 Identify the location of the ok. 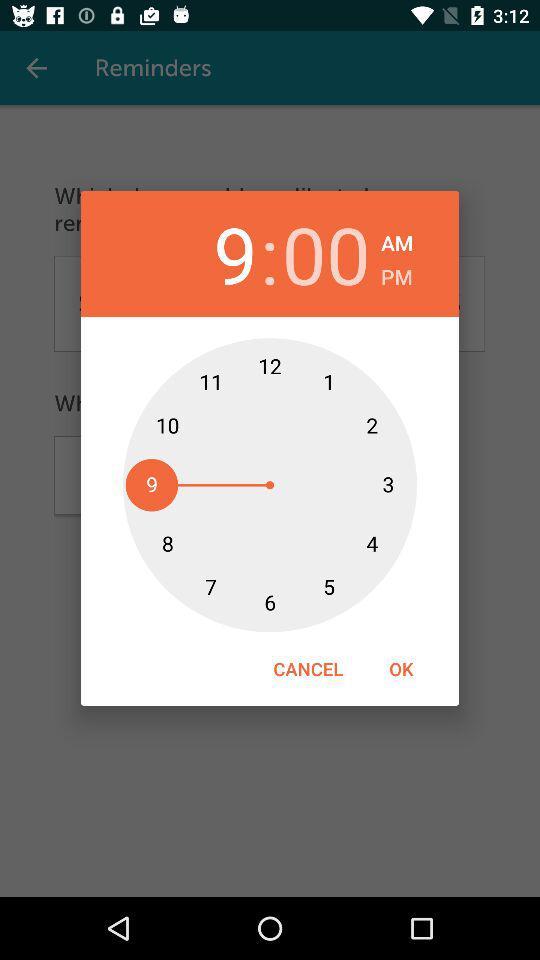
(401, 669).